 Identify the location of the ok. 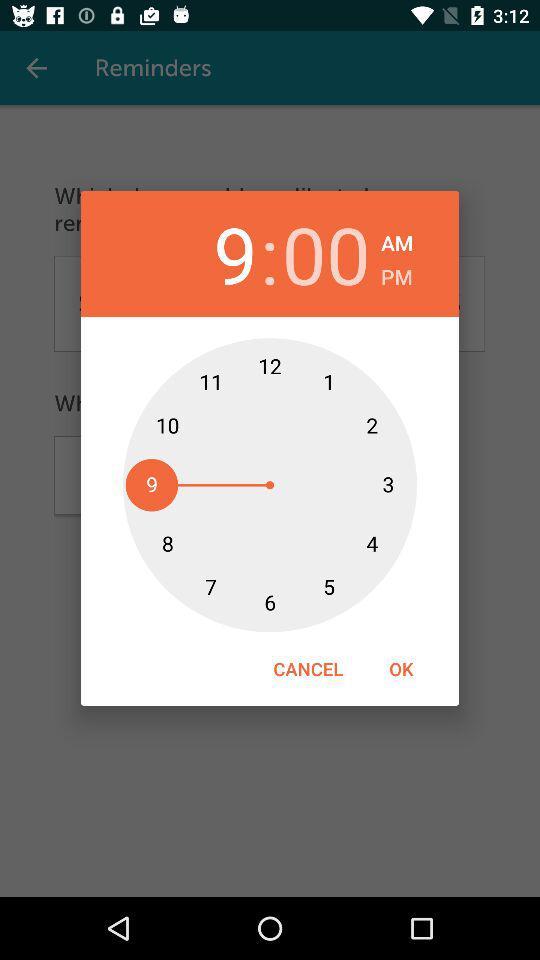
(401, 669).